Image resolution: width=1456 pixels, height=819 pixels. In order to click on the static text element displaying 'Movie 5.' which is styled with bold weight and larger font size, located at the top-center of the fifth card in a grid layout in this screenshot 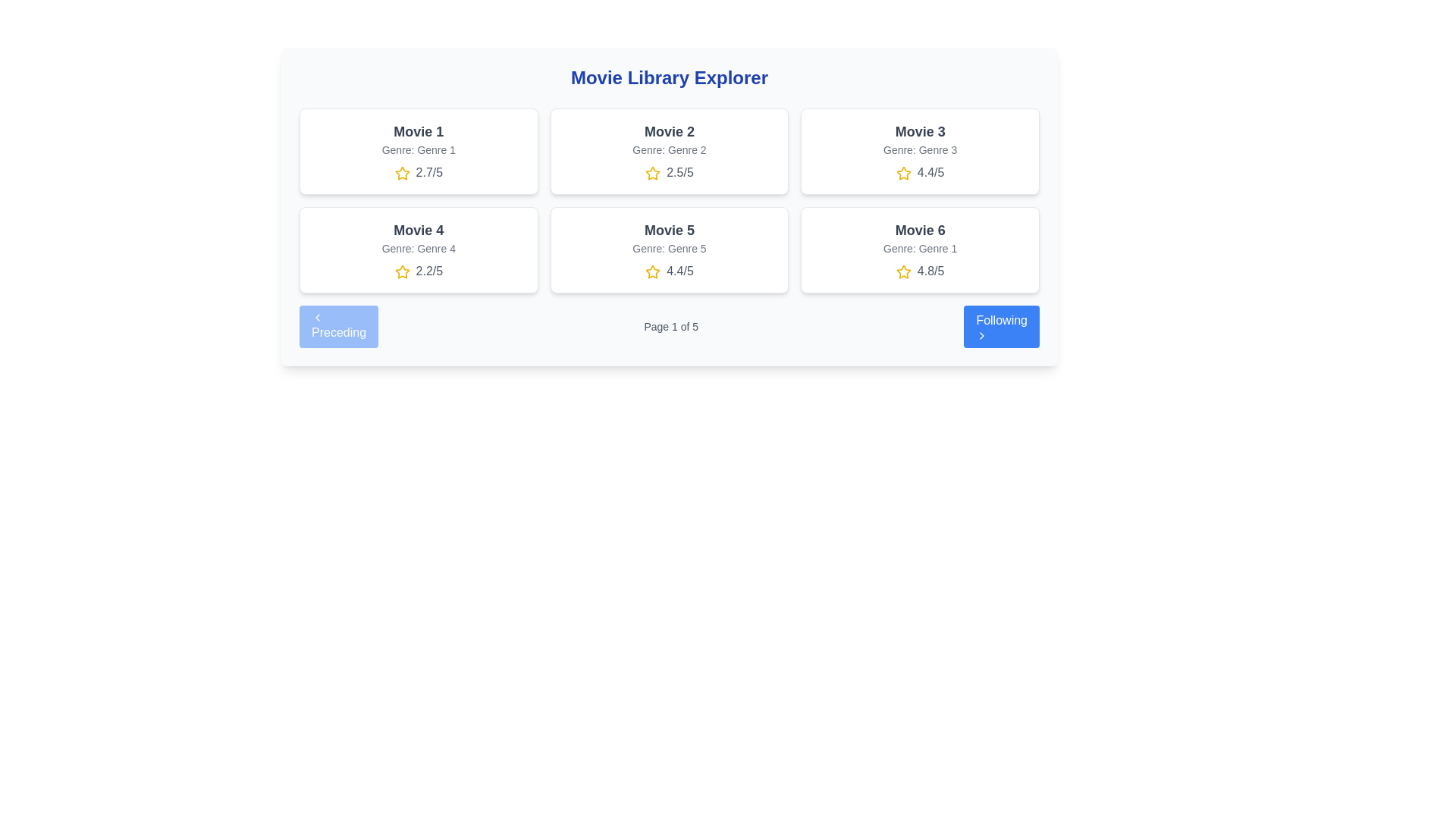, I will do `click(669, 231)`.